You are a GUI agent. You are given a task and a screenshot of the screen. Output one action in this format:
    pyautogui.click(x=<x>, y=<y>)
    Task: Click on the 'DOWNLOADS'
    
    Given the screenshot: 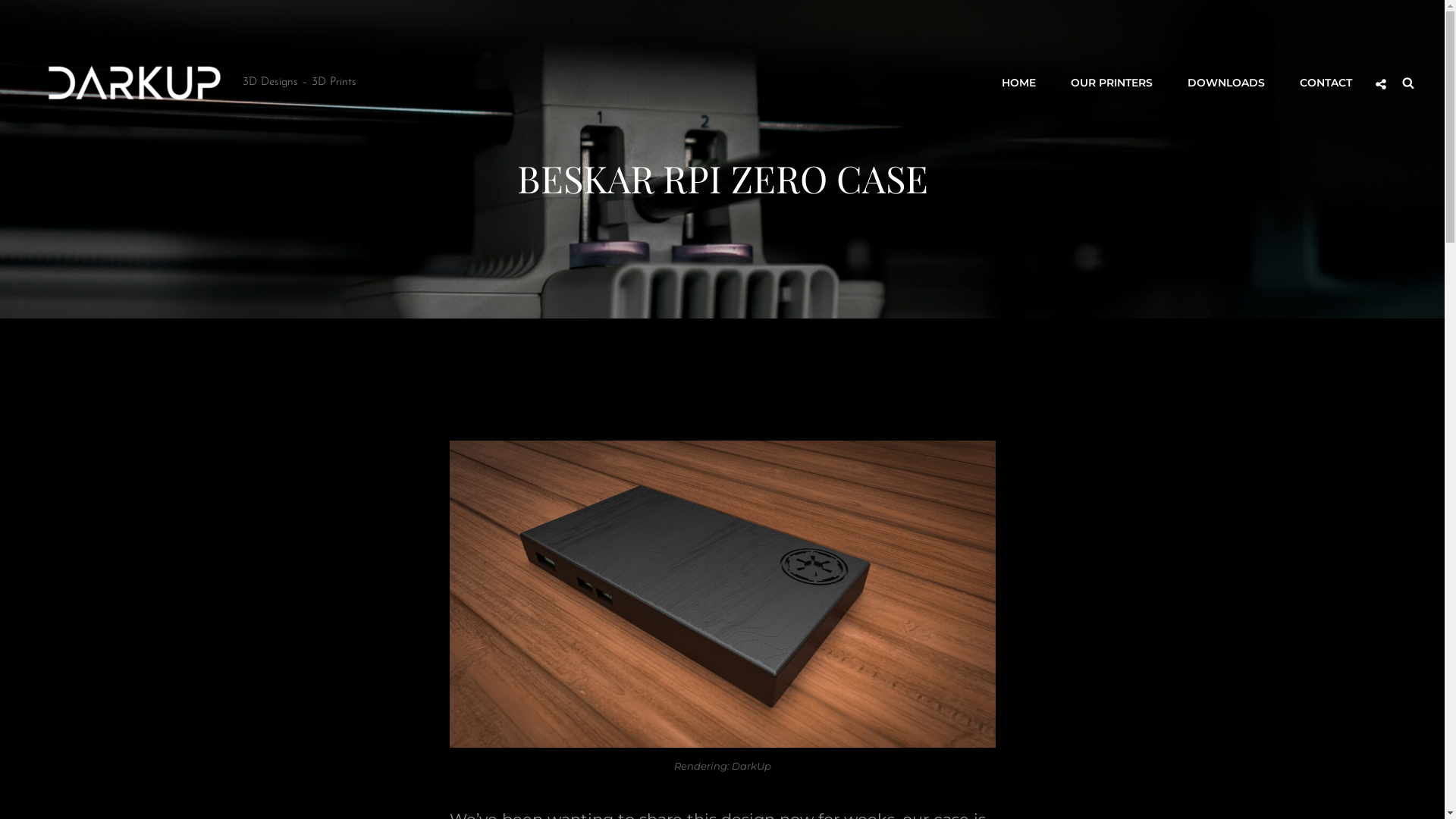 What is the action you would take?
    pyautogui.click(x=1226, y=82)
    